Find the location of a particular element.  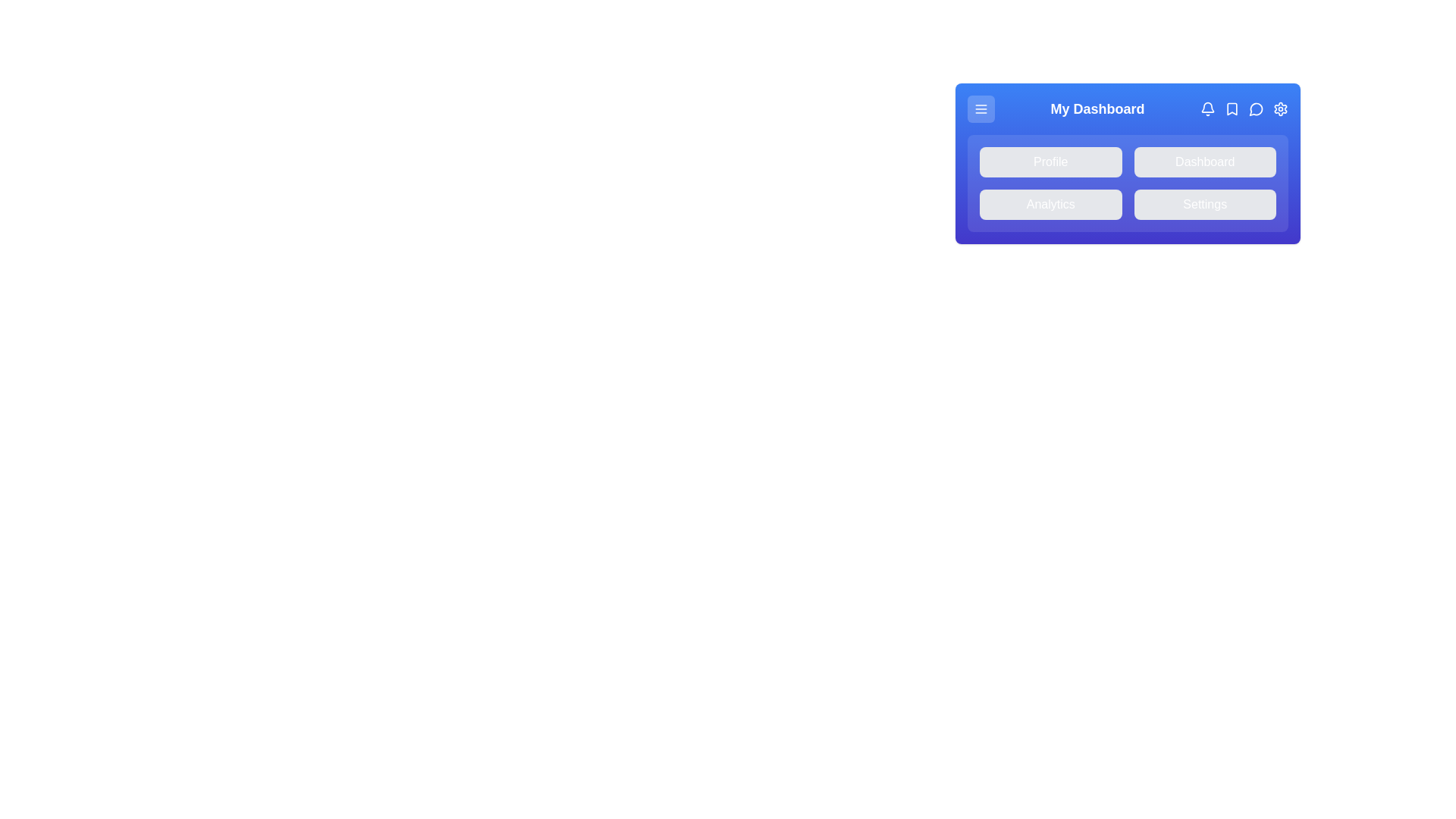

the menu icon to toggle the visibility of the menu is located at coordinates (981, 108).